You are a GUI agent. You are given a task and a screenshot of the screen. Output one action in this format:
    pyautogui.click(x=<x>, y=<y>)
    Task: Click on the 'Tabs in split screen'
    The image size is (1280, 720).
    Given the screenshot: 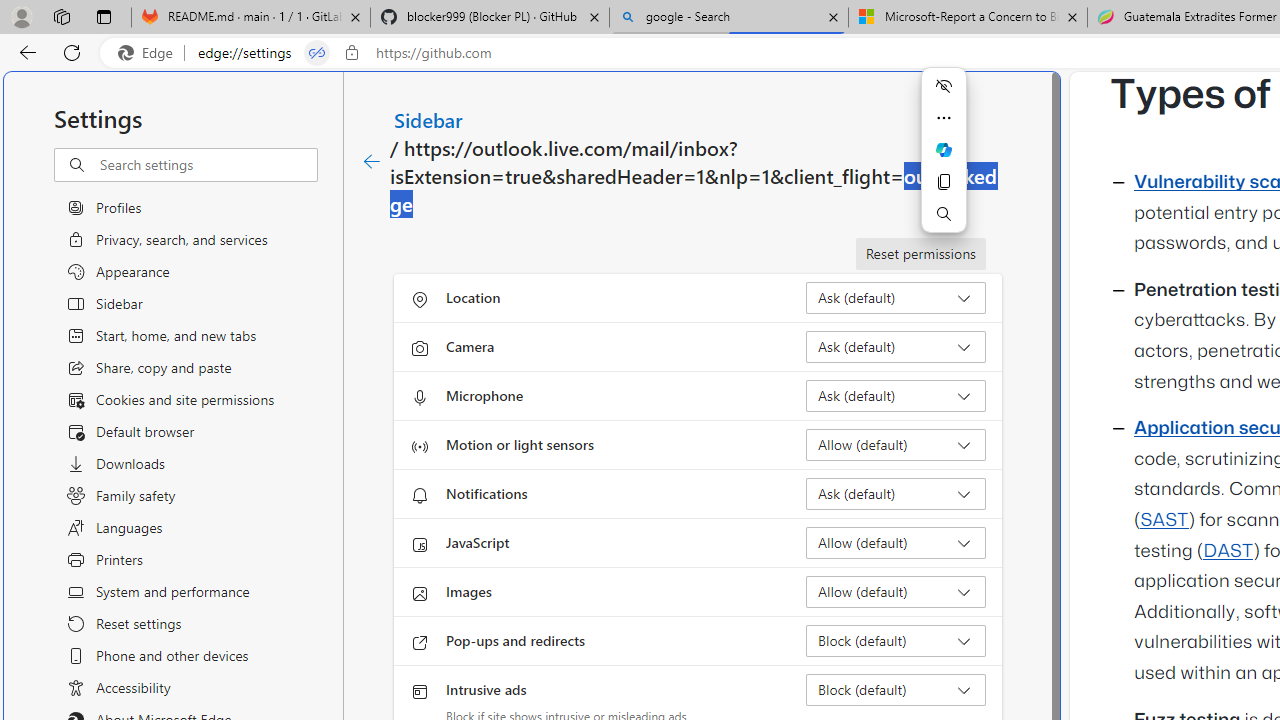 What is the action you would take?
    pyautogui.click(x=316, y=52)
    